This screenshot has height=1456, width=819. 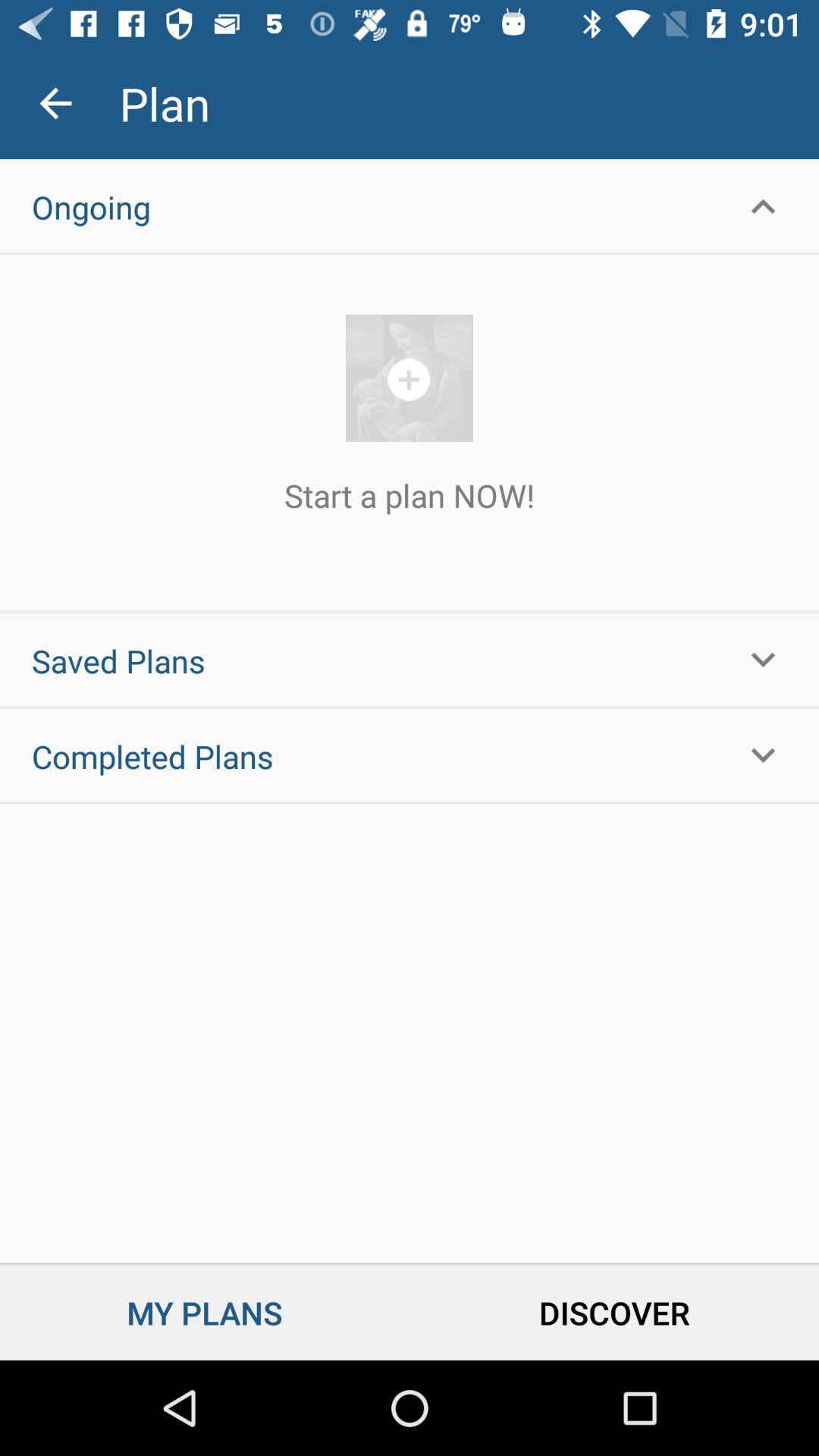 I want to click on start plan, so click(x=409, y=378).